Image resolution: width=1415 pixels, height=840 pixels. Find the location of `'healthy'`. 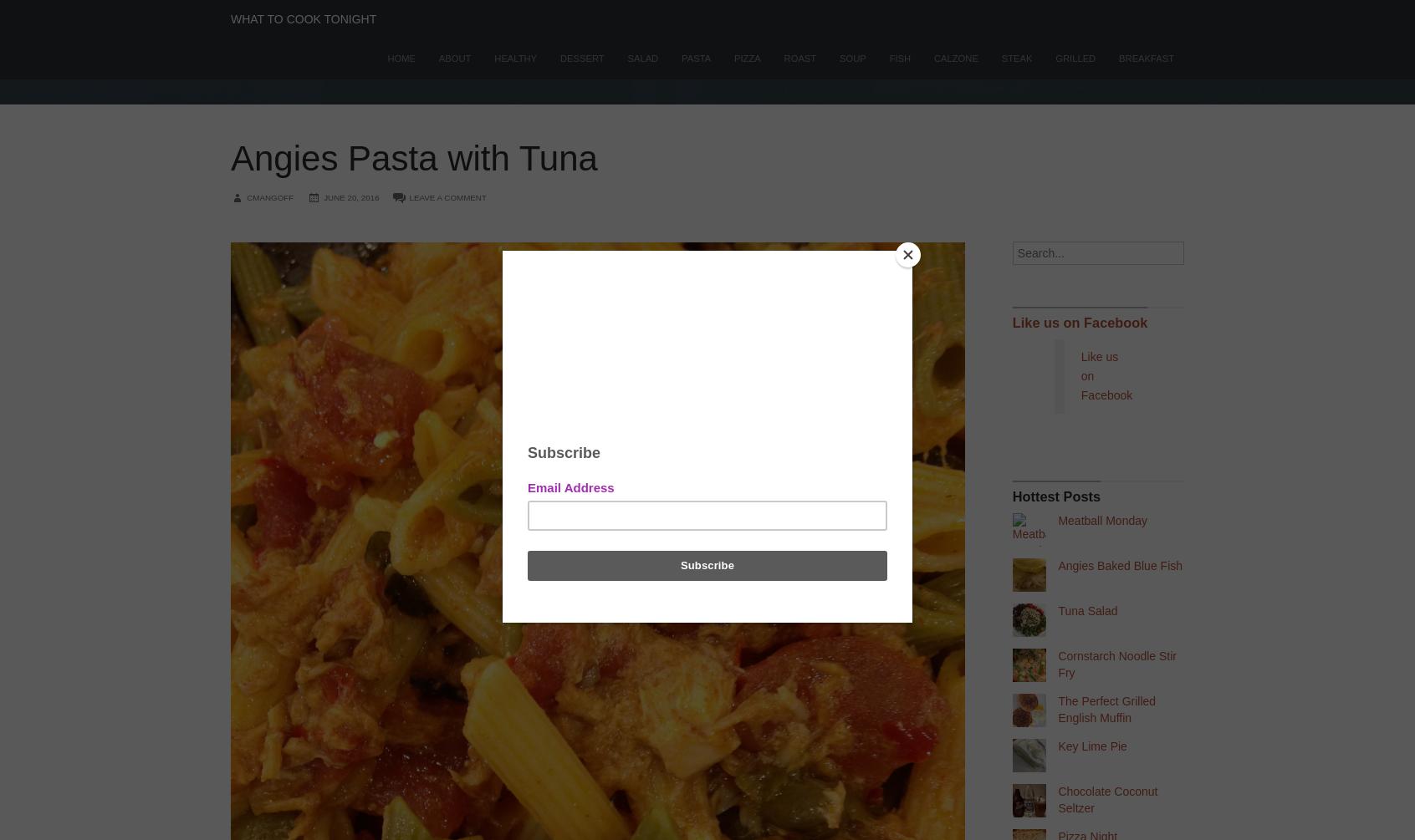

'healthy' is located at coordinates (514, 59).